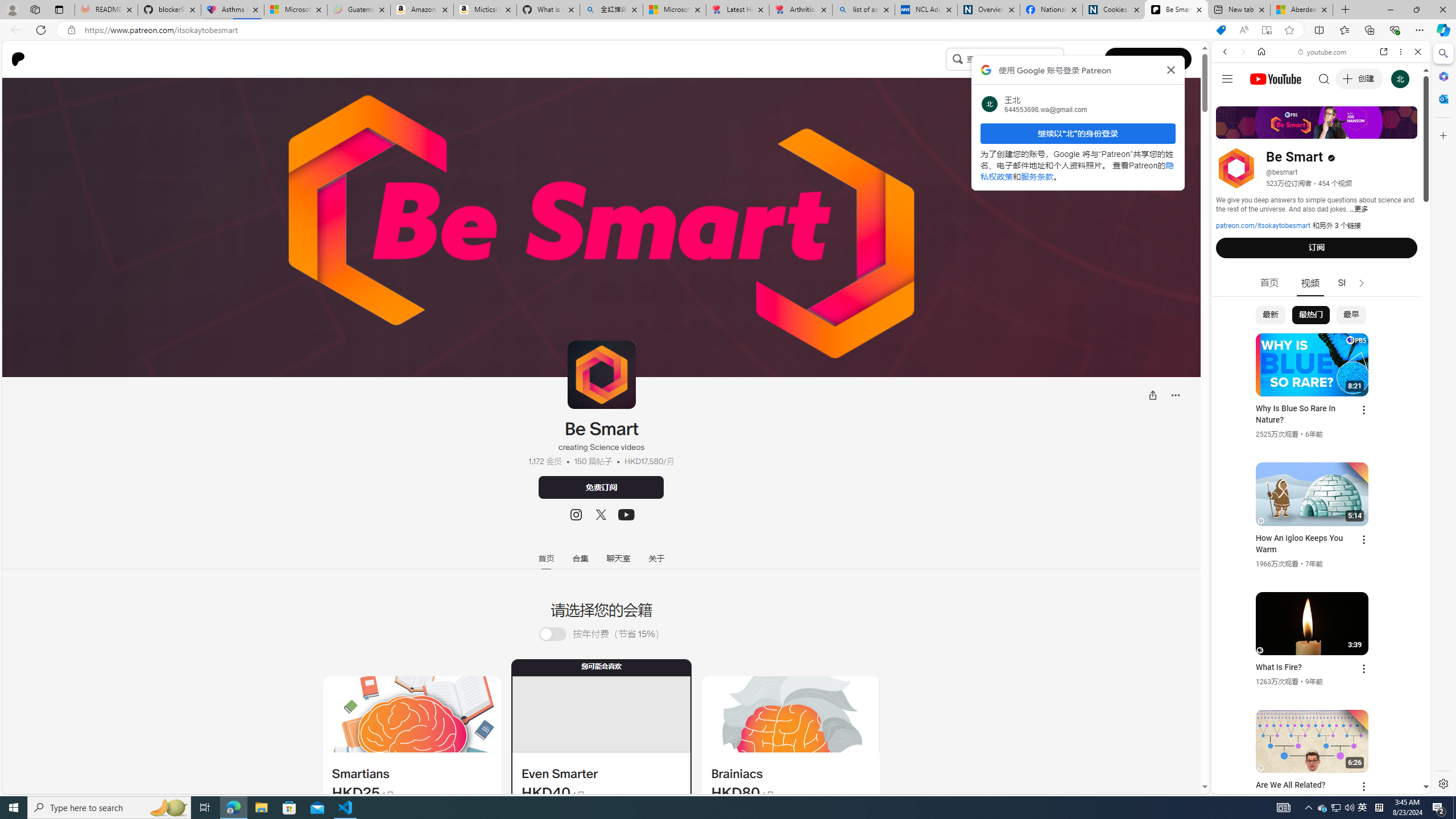  What do you see at coordinates (1230, 129) in the screenshot?
I see `'Search Filter, WEB'` at bounding box center [1230, 129].